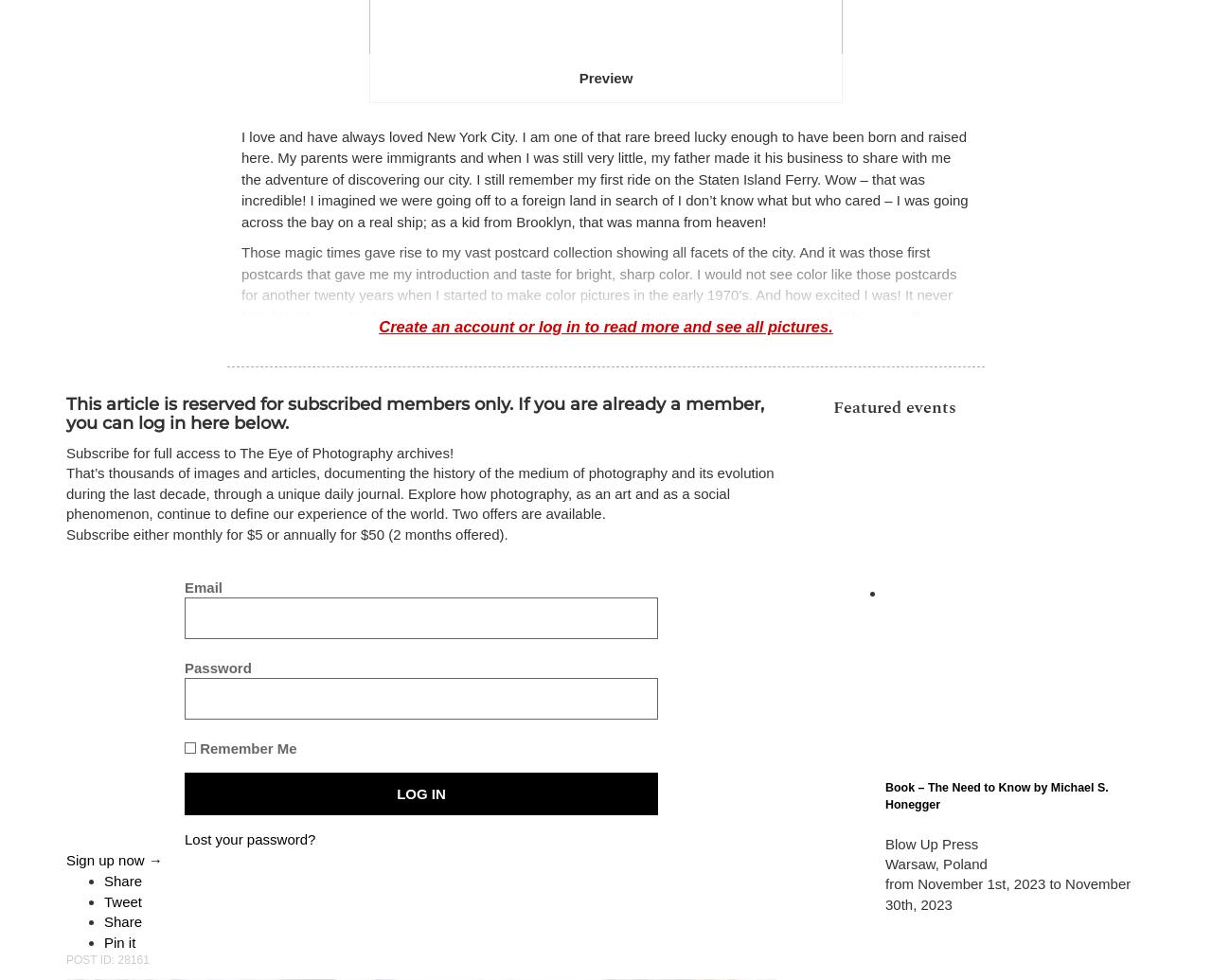 This screenshot has height=980, width=1212. I want to click on 'Pin it', so click(118, 940).